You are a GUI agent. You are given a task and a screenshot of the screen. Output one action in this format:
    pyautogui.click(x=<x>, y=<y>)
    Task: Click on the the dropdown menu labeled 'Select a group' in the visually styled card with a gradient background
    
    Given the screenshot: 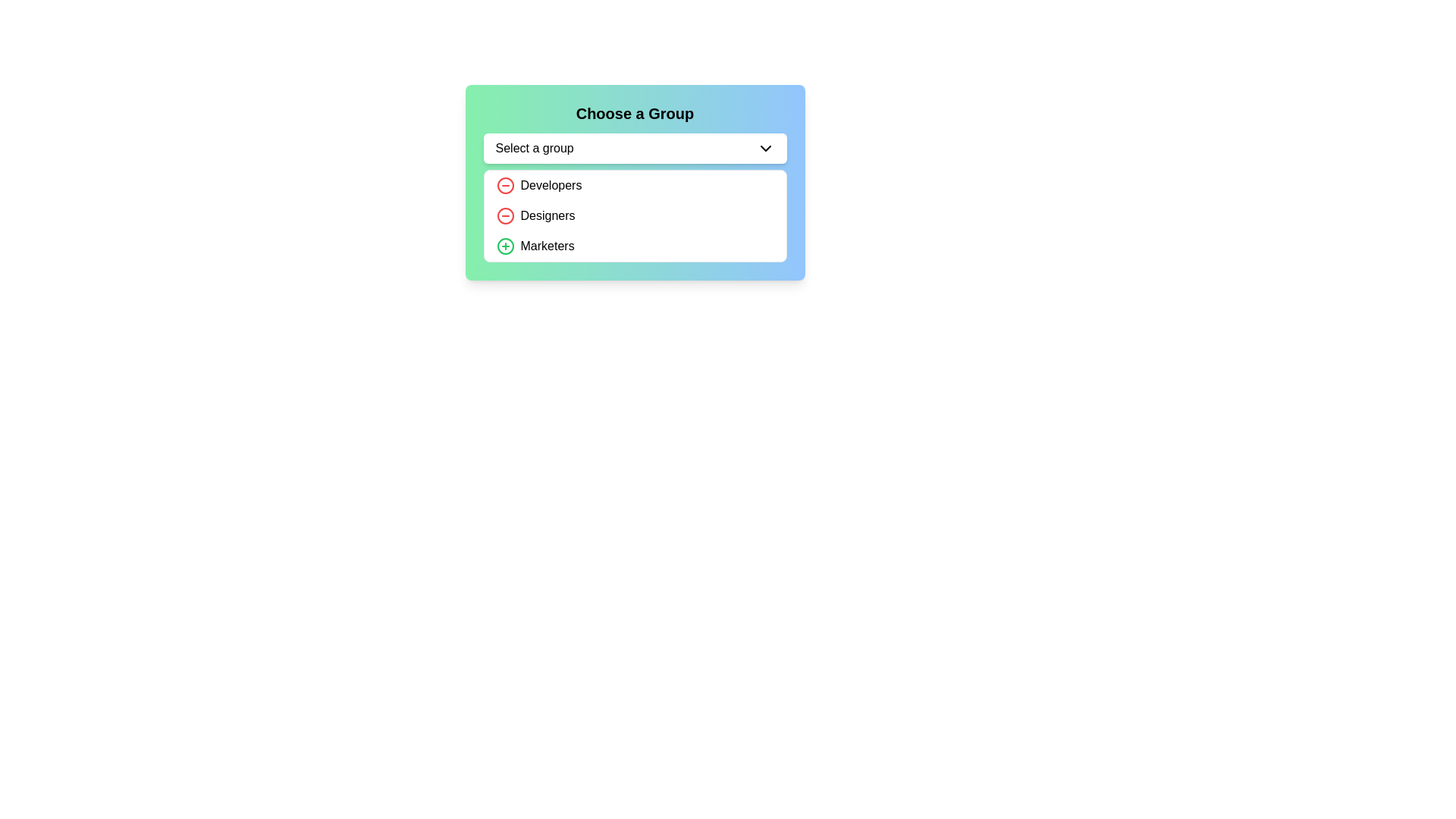 What is the action you would take?
    pyautogui.click(x=635, y=181)
    